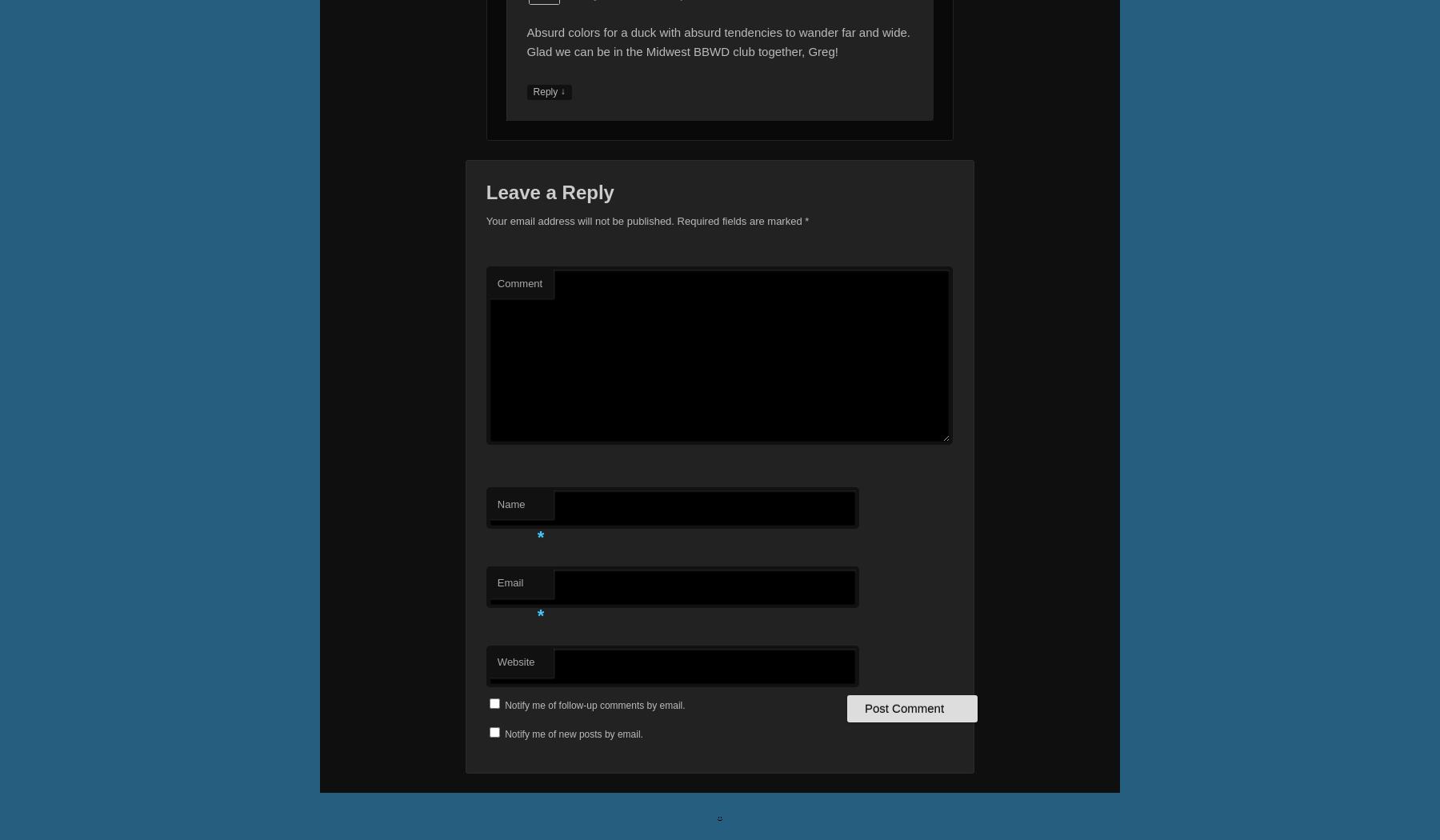 Image resolution: width=1440 pixels, height=840 pixels. I want to click on 'Required fields are marked', so click(738, 219).